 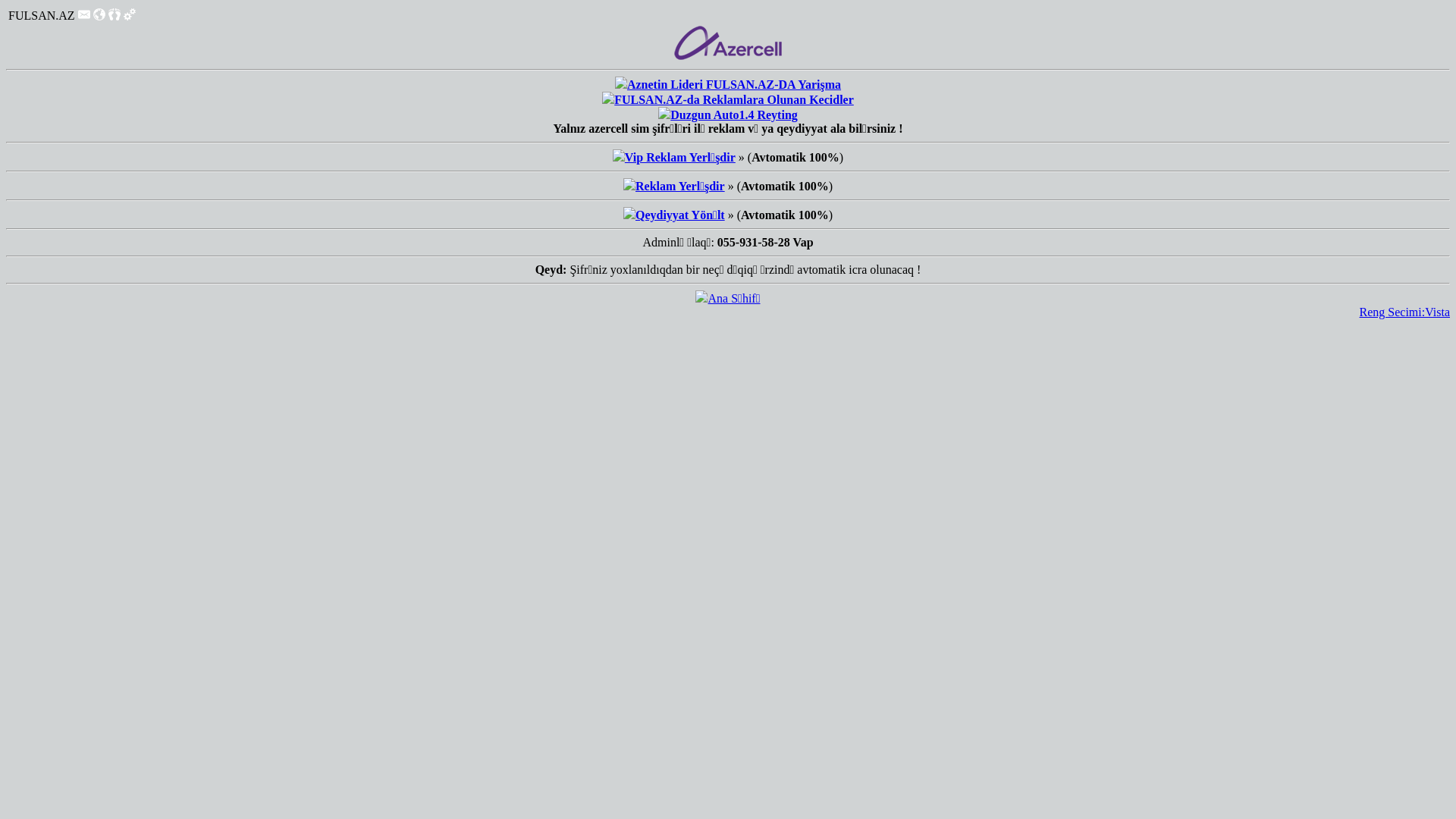 What do you see at coordinates (77, 14) in the screenshot?
I see `'Mesajlar'` at bounding box center [77, 14].